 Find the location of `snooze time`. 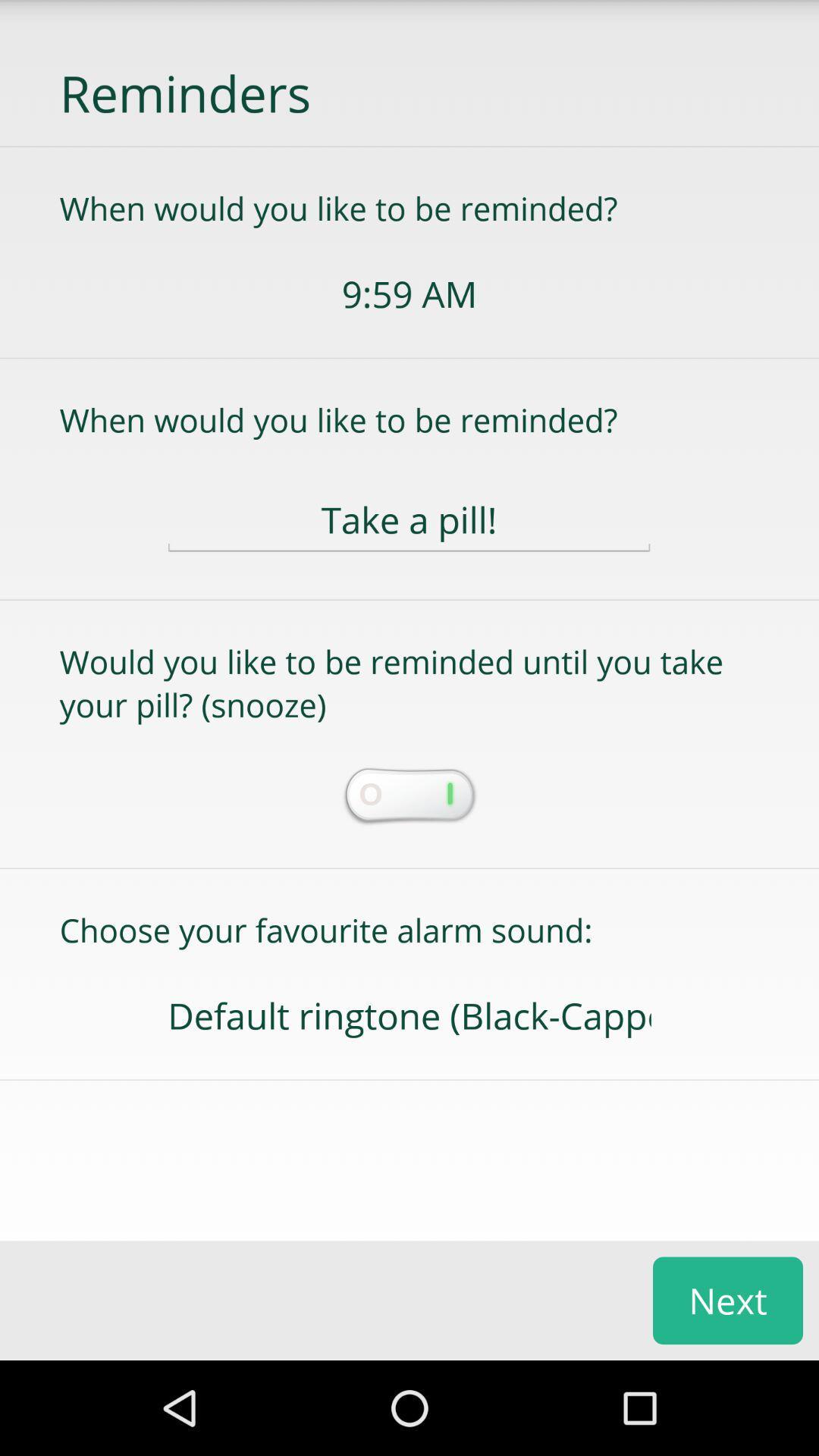

snooze time is located at coordinates (408, 796).